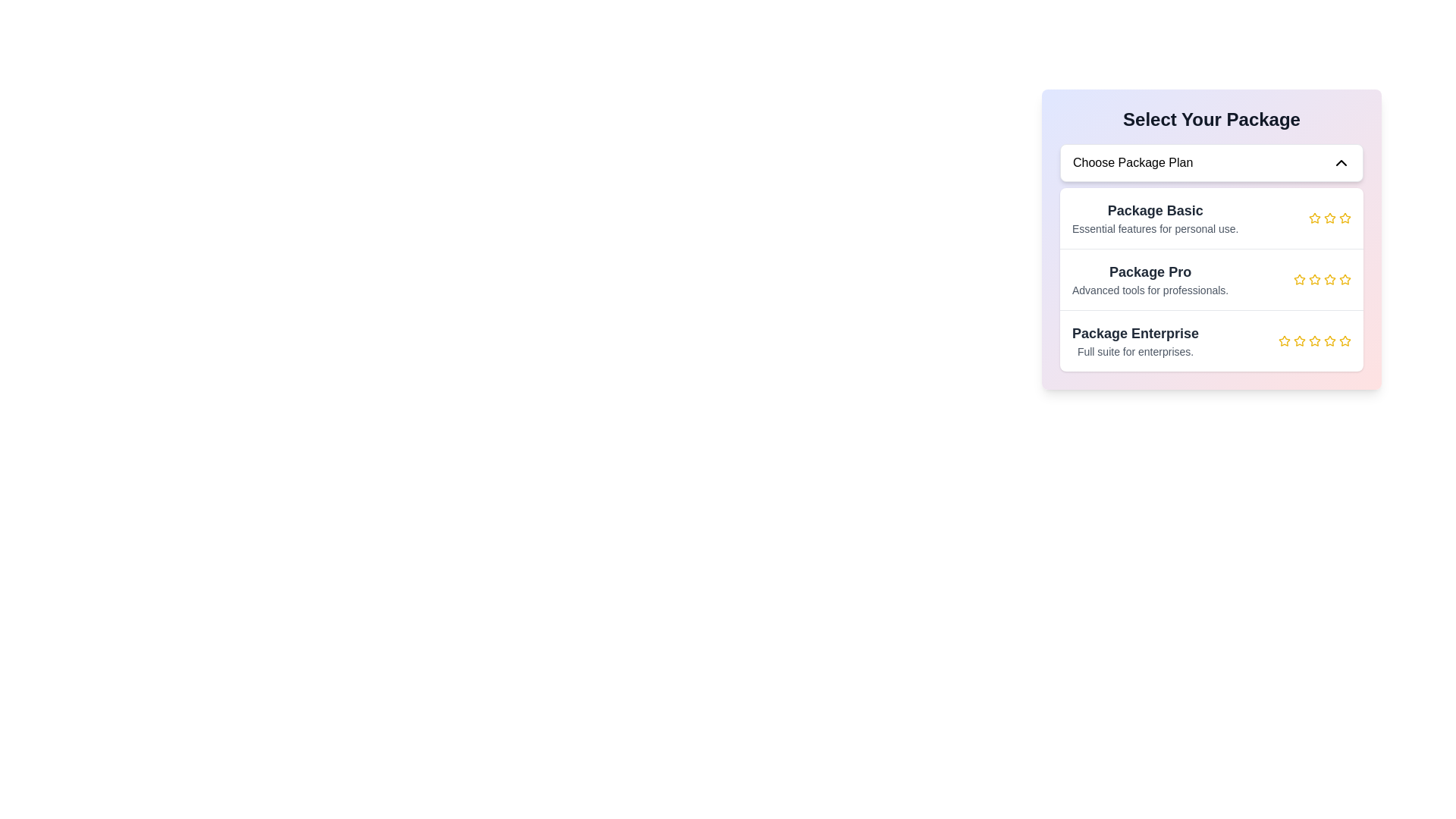 The width and height of the screenshot is (1456, 819). What do you see at coordinates (1329, 218) in the screenshot?
I see `the third star-shaped icon with a yellow outline, which represents a rating star, located adjacent to the 'Package Basic' label in the package selection card` at bounding box center [1329, 218].